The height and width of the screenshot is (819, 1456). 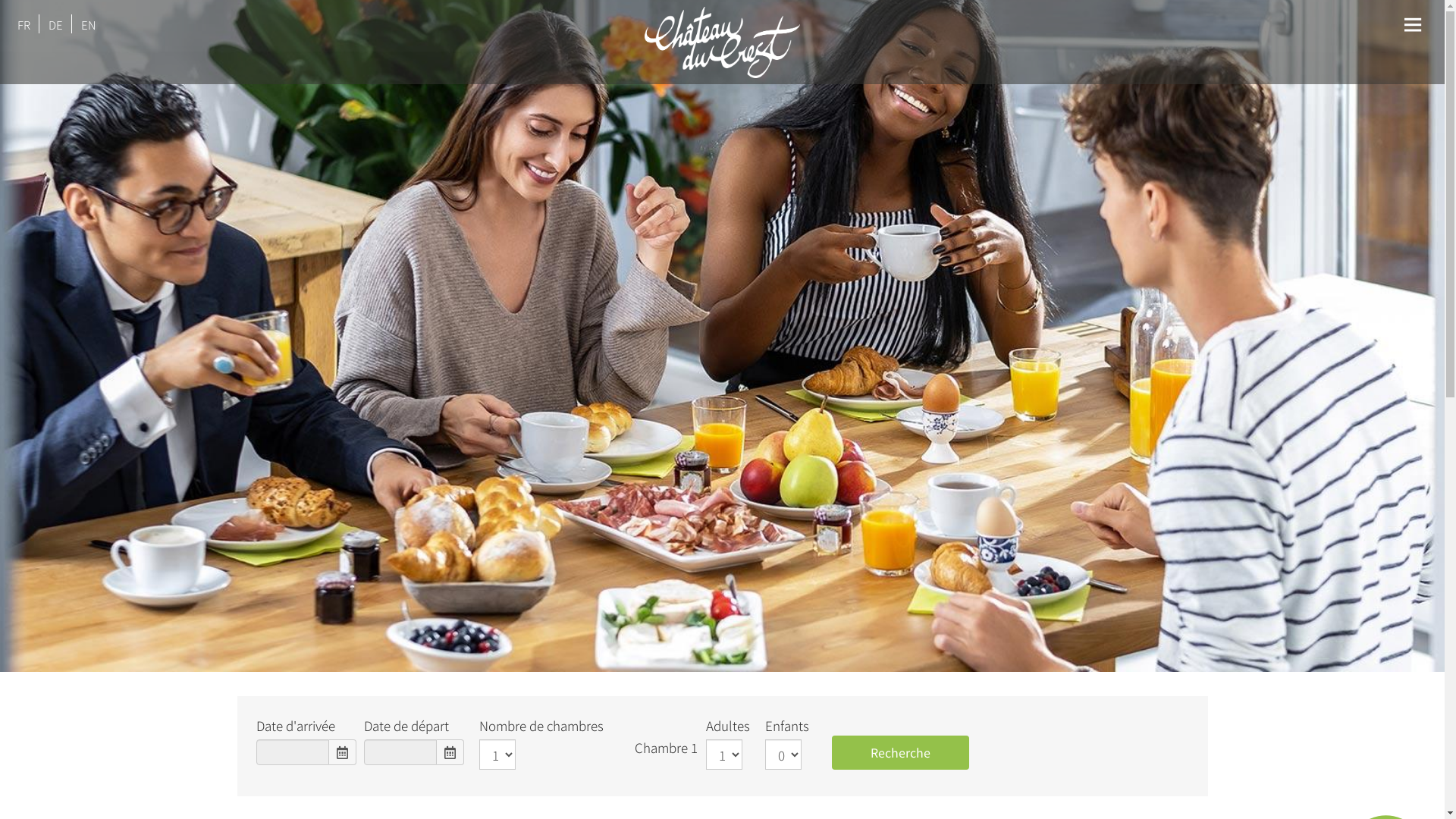 I want to click on 'EN', so click(x=87, y=24).